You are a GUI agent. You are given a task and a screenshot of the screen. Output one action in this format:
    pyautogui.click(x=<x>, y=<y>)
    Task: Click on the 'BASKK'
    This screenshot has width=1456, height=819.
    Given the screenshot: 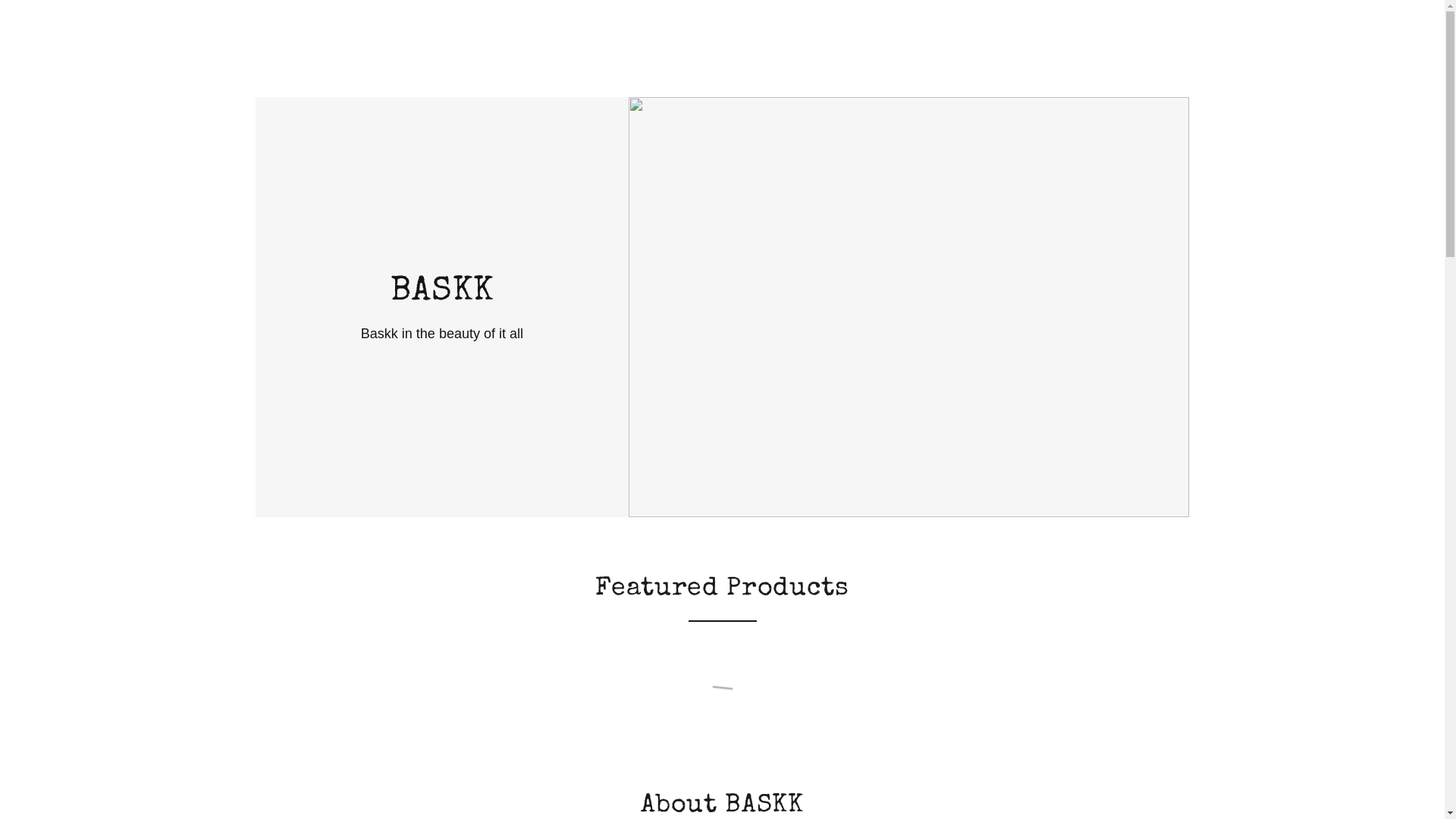 What is the action you would take?
    pyautogui.click(x=441, y=295)
    